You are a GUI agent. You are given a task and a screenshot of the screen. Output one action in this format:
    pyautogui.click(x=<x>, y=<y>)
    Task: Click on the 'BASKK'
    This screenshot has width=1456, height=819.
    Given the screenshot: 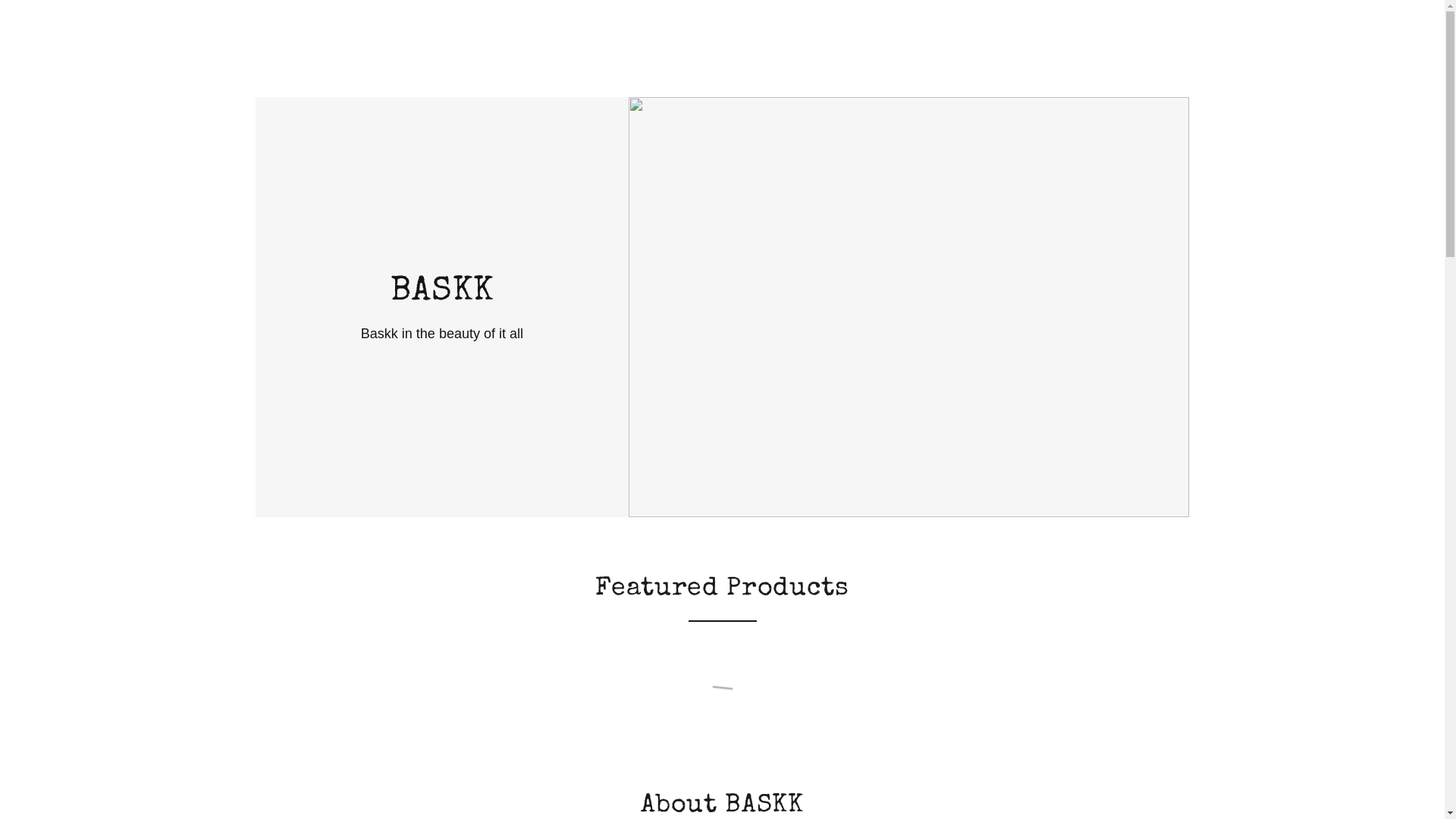 What is the action you would take?
    pyautogui.click(x=441, y=295)
    